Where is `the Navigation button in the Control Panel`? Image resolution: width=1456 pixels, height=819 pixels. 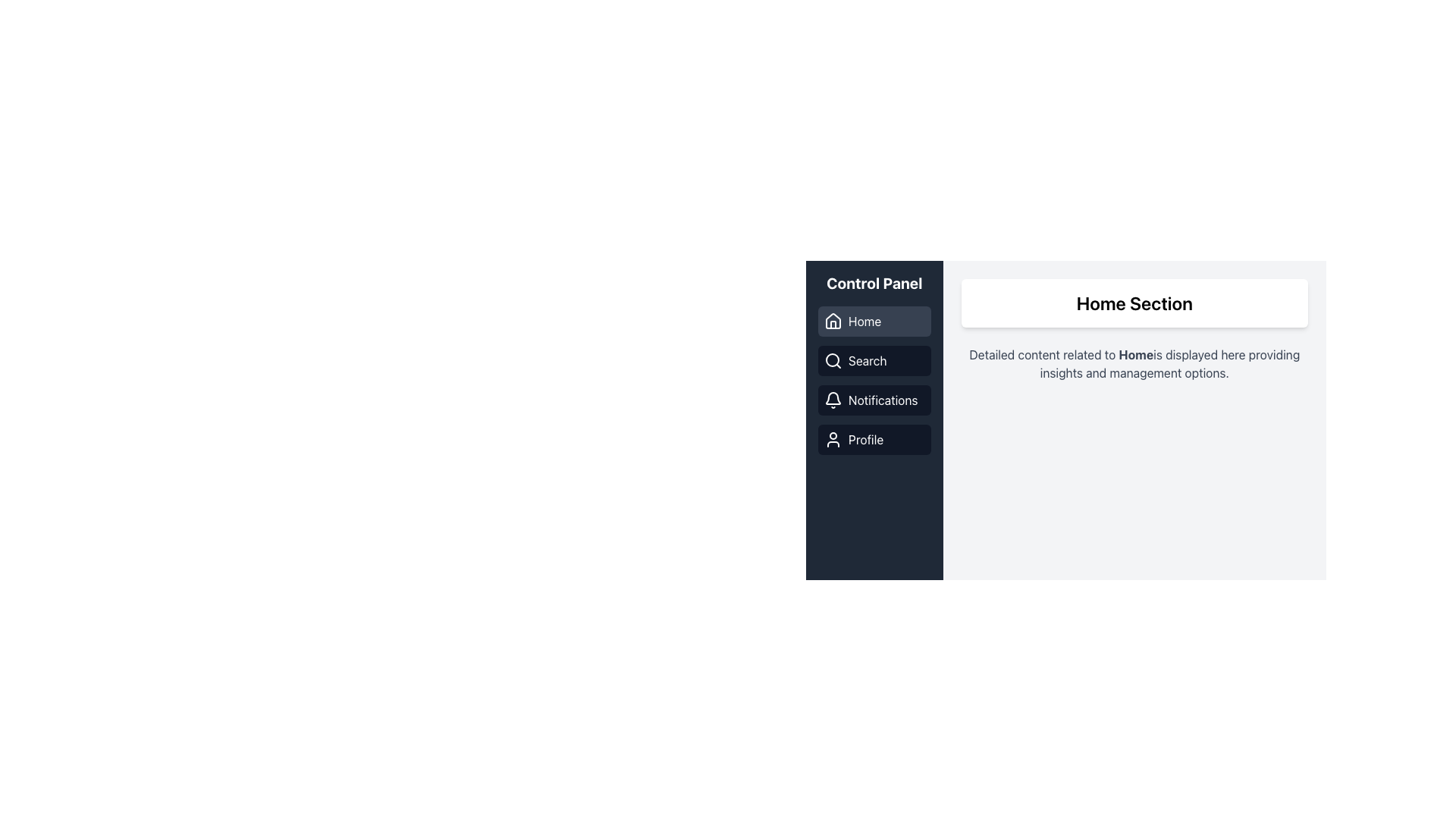 the Navigation button in the Control Panel is located at coordinates (874, 321).